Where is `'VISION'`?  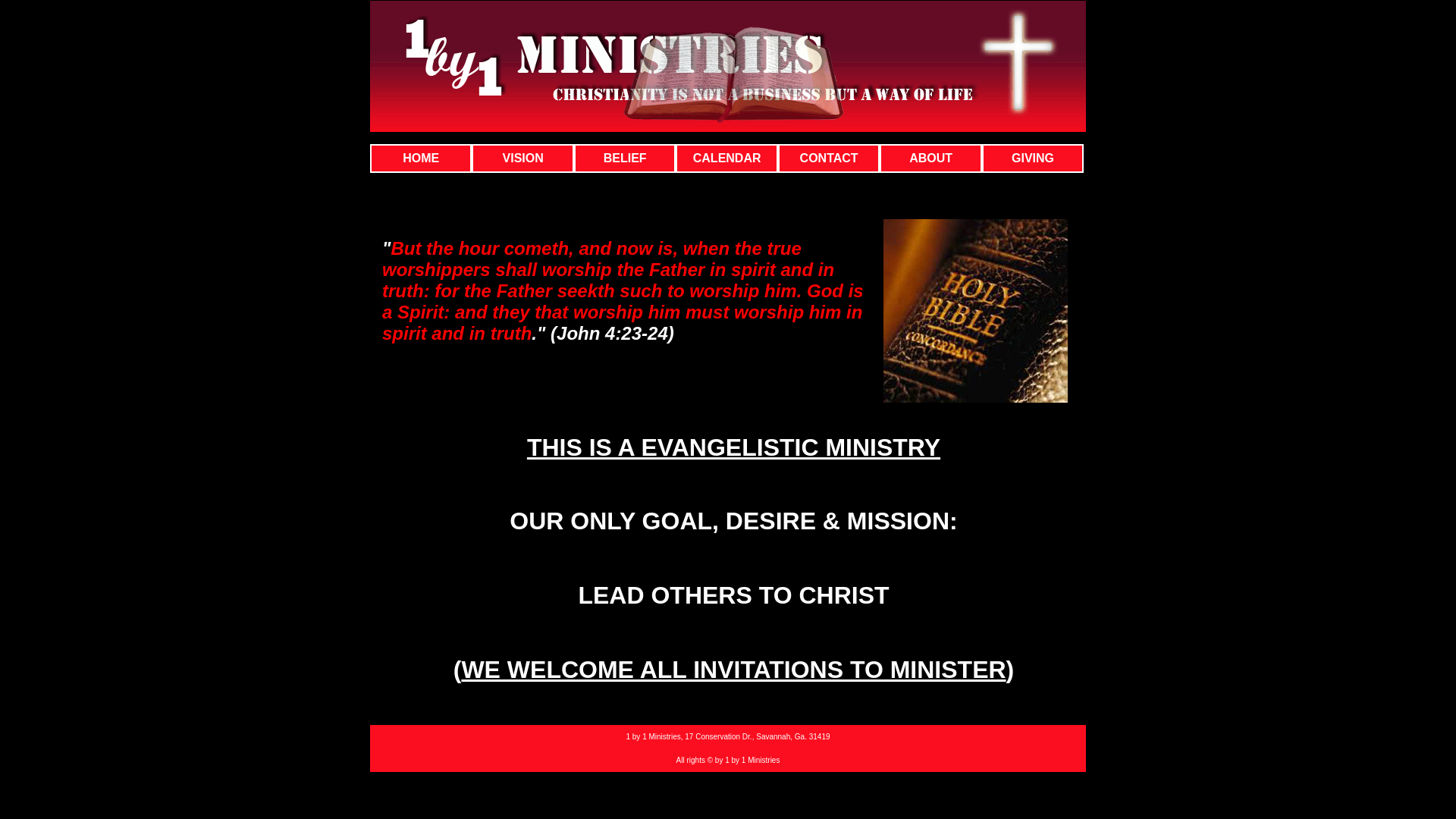 'VISION' is located at coordinates (522, 158).